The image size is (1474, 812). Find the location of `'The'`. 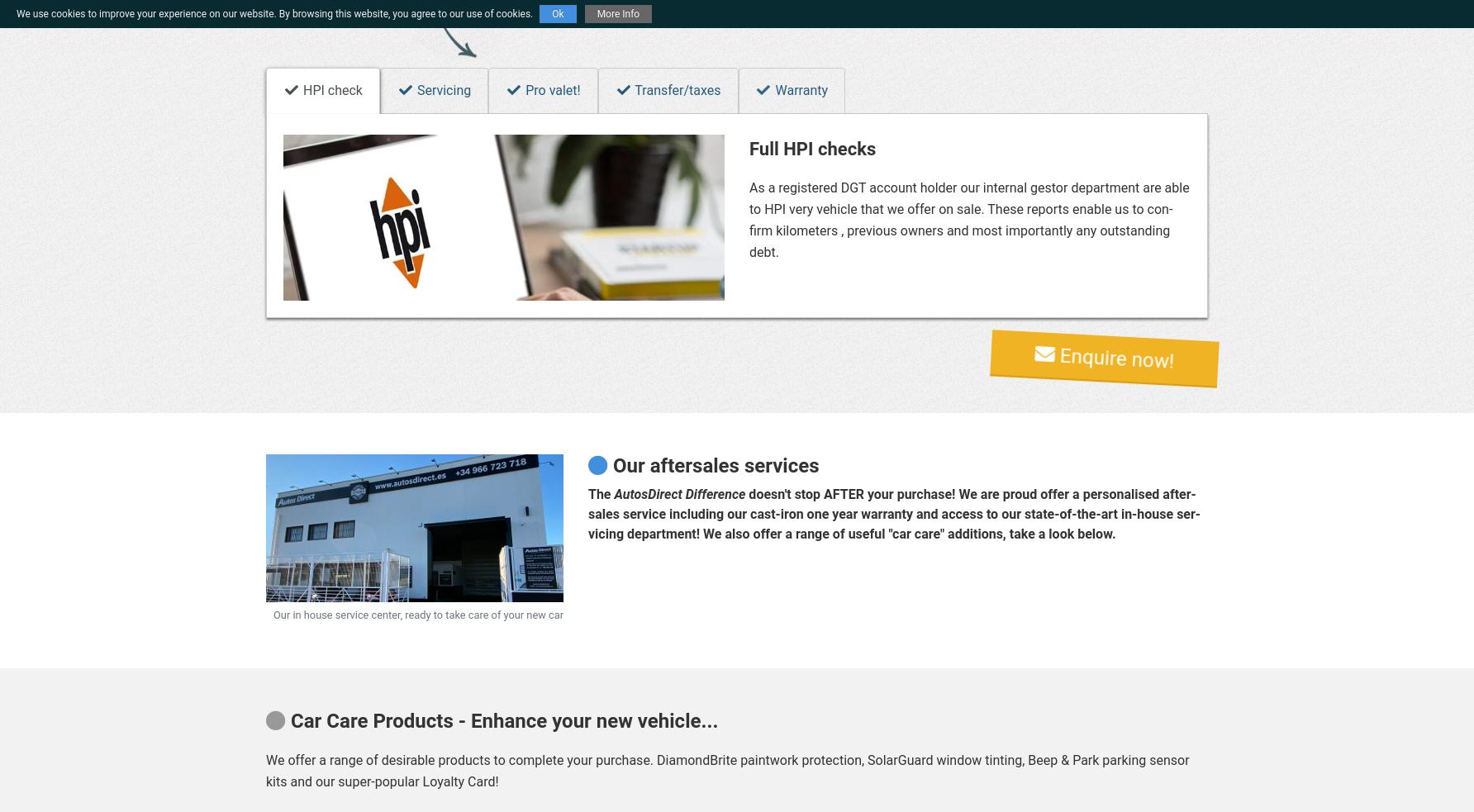

'The' is located at coordinates (600, 494).